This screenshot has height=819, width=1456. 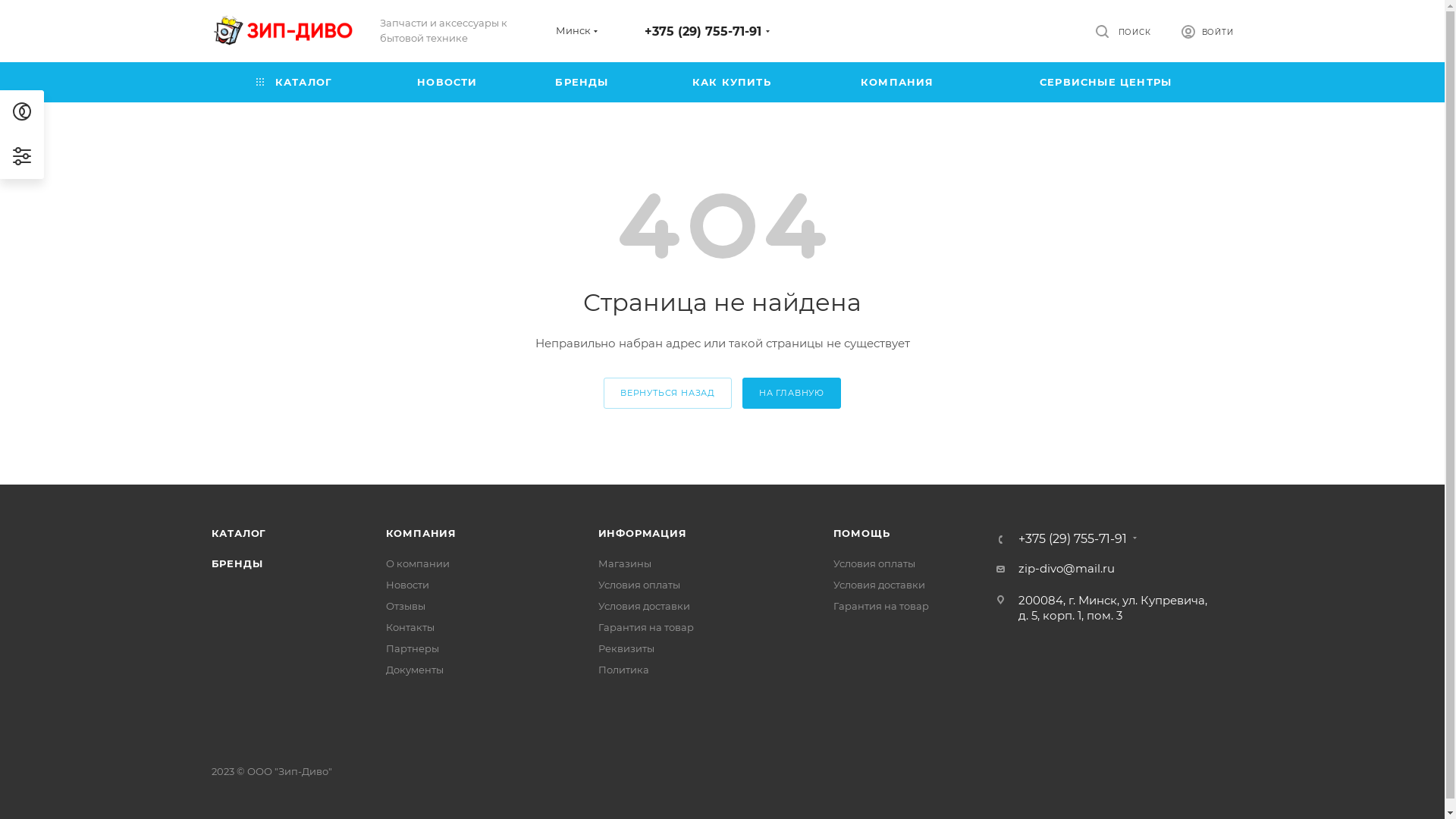 I want to click on 'zip-divo@mail.ru', so click(x=1065, y=568).